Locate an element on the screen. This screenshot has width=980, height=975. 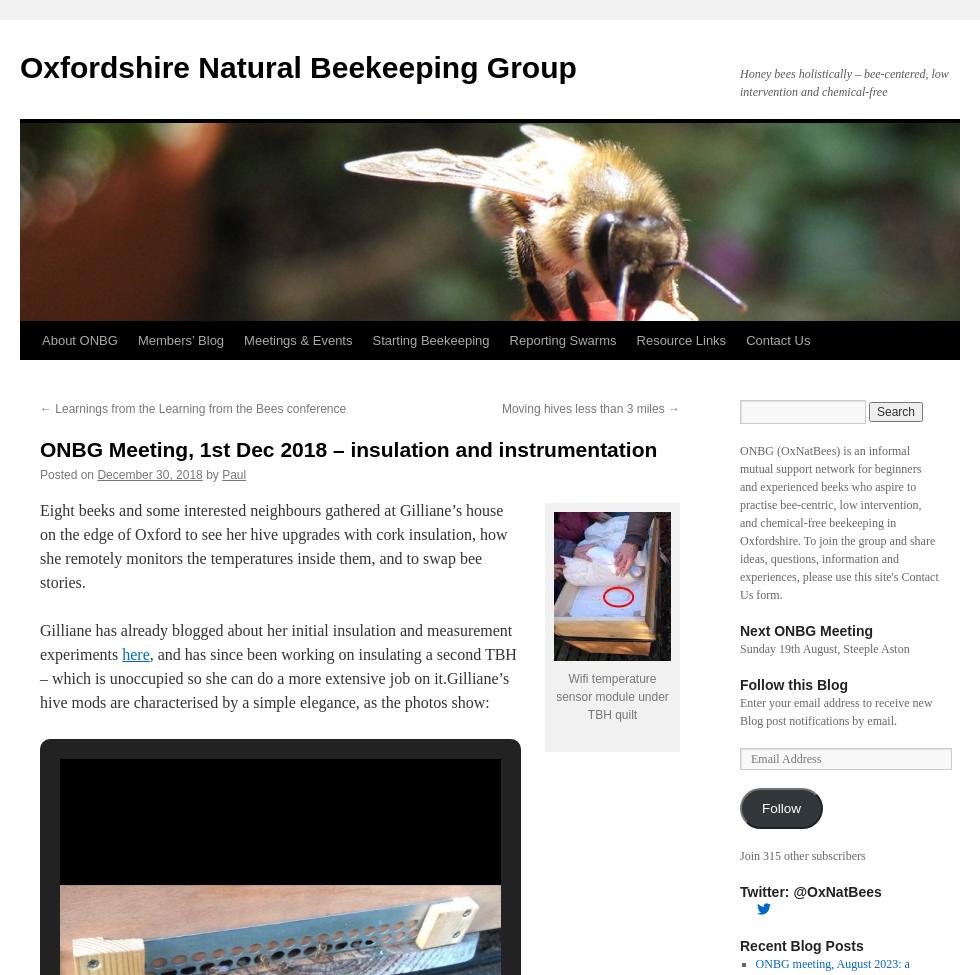
'Moving hives less than 3 miles' is located at coordinates (584, 409).